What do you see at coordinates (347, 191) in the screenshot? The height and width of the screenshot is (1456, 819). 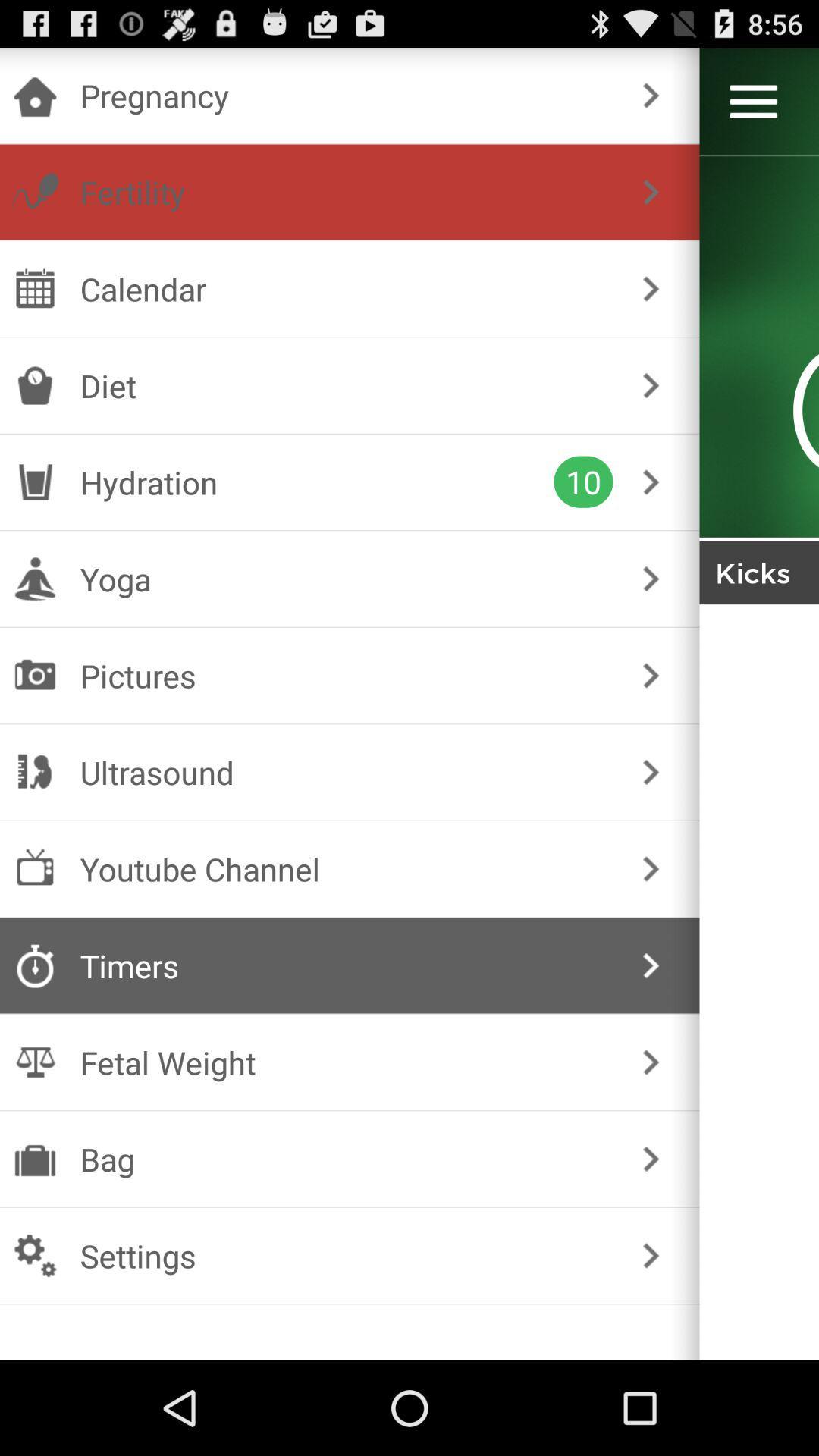 I see `item above the calendar` at bounding box center [347, 191].